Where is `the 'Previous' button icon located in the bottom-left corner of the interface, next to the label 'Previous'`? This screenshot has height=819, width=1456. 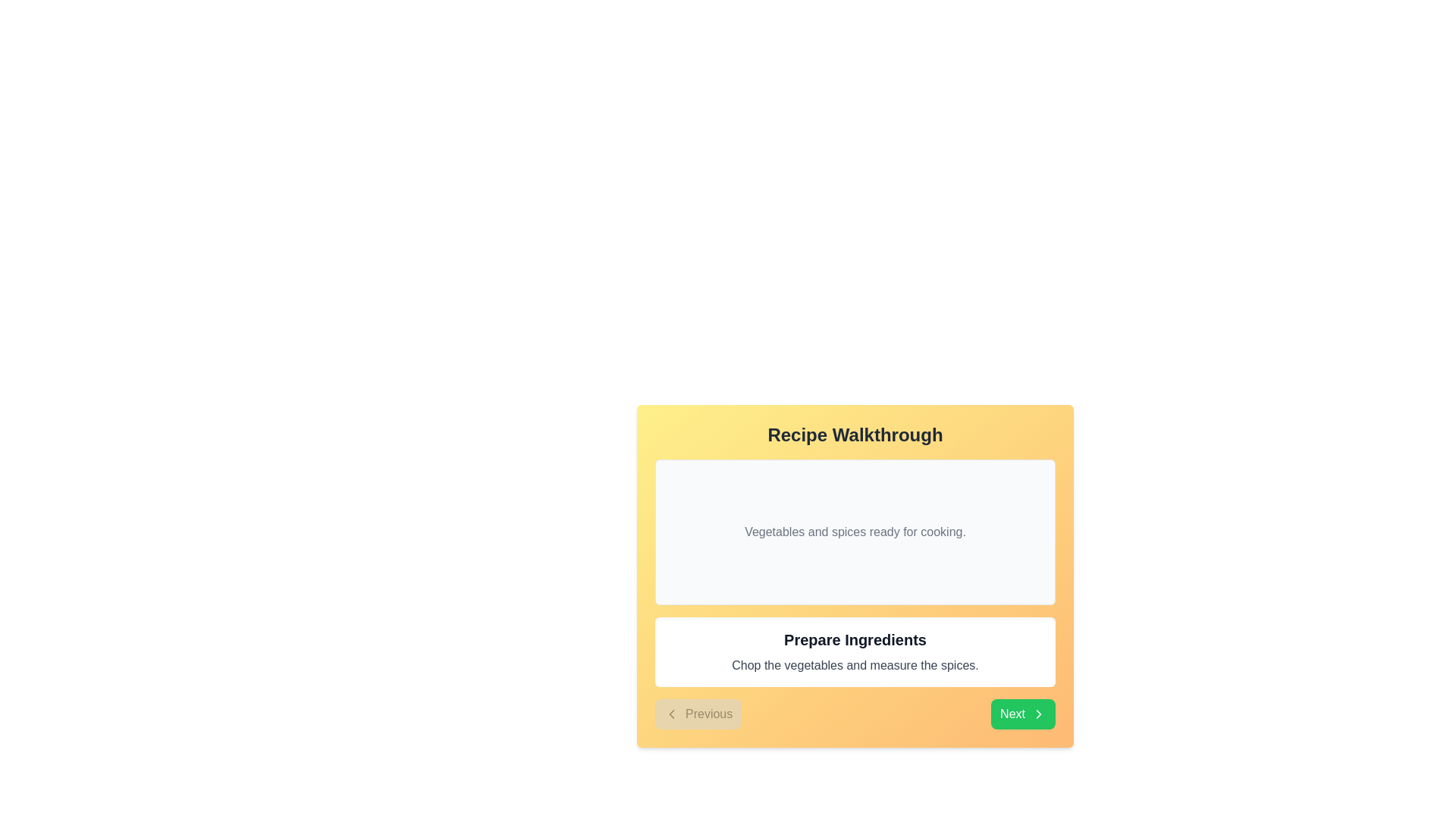 the 'Previous' button icon located in the bottom-left corner of the interface, next to the label 'Previous' is located at coordinates (671, 714).